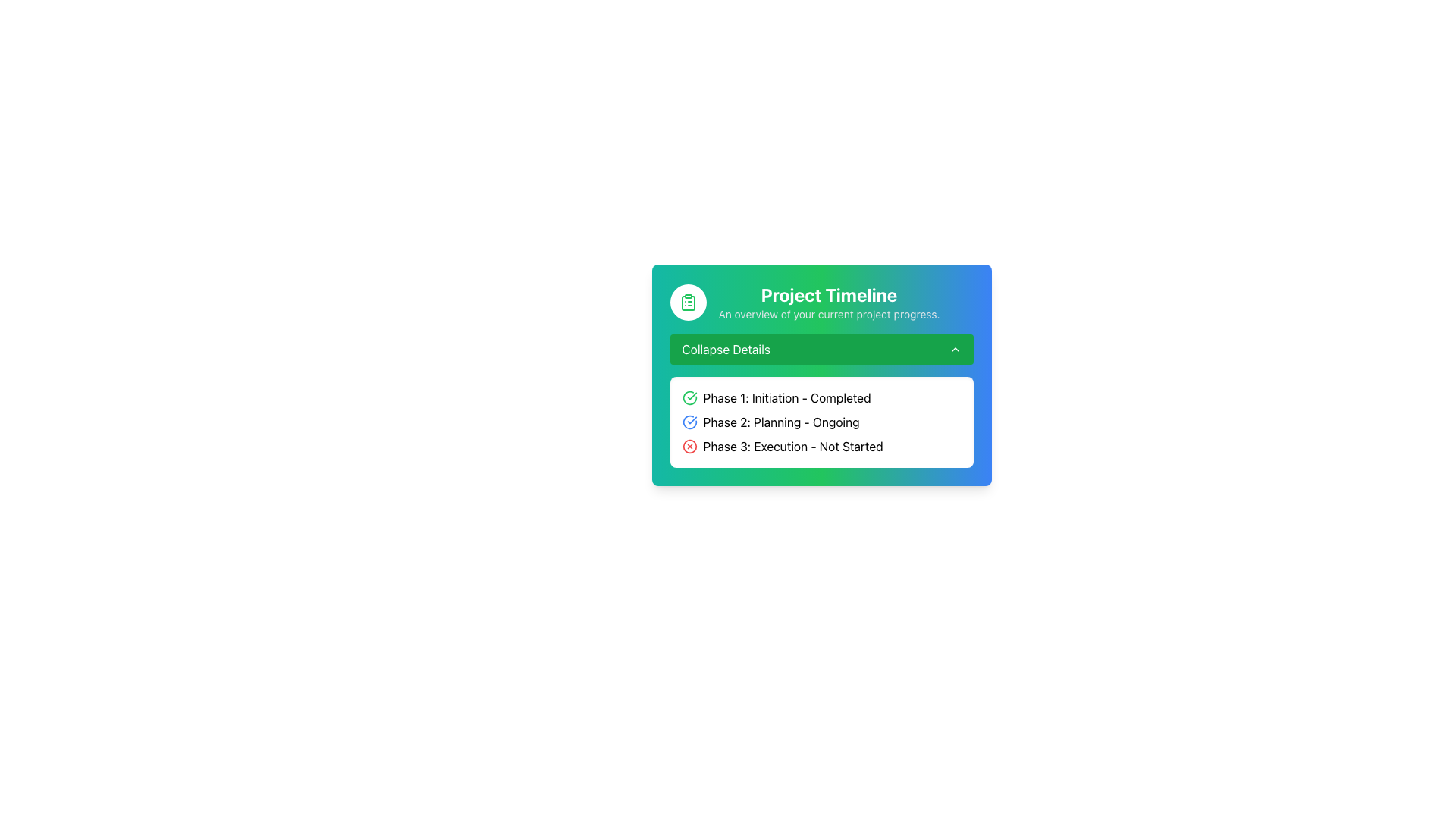 Image resolution: width=1456 pixels, height=819 pixels. Describe the element at coordinates (828, 295) in the screenshot. I see `text label 'Project Timeline' which is displayed in bold white font against a gradient background, indicating its importance as the header of the project overview` at that location.